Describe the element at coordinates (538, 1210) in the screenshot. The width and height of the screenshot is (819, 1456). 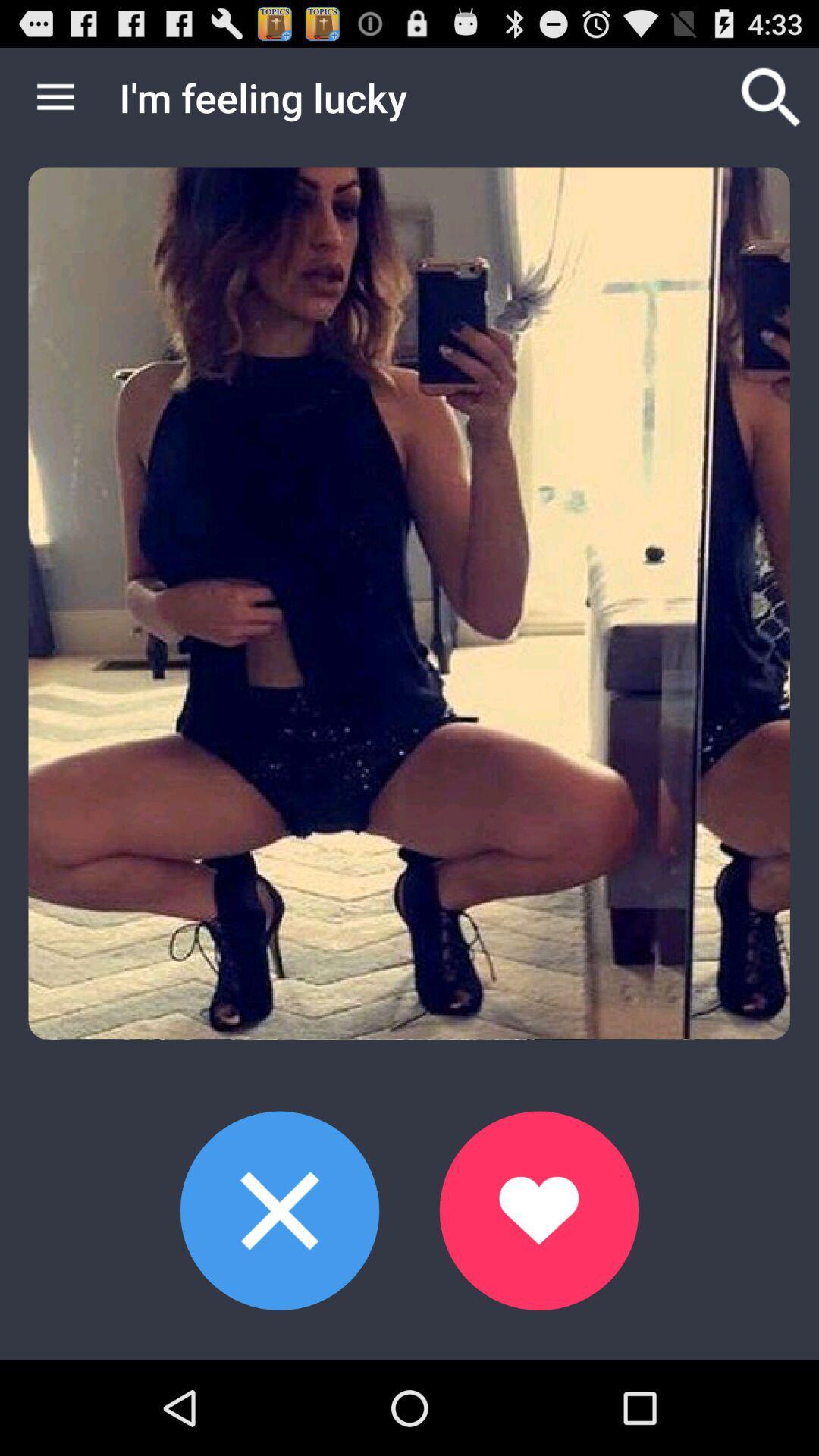
I see `like person` at that location.